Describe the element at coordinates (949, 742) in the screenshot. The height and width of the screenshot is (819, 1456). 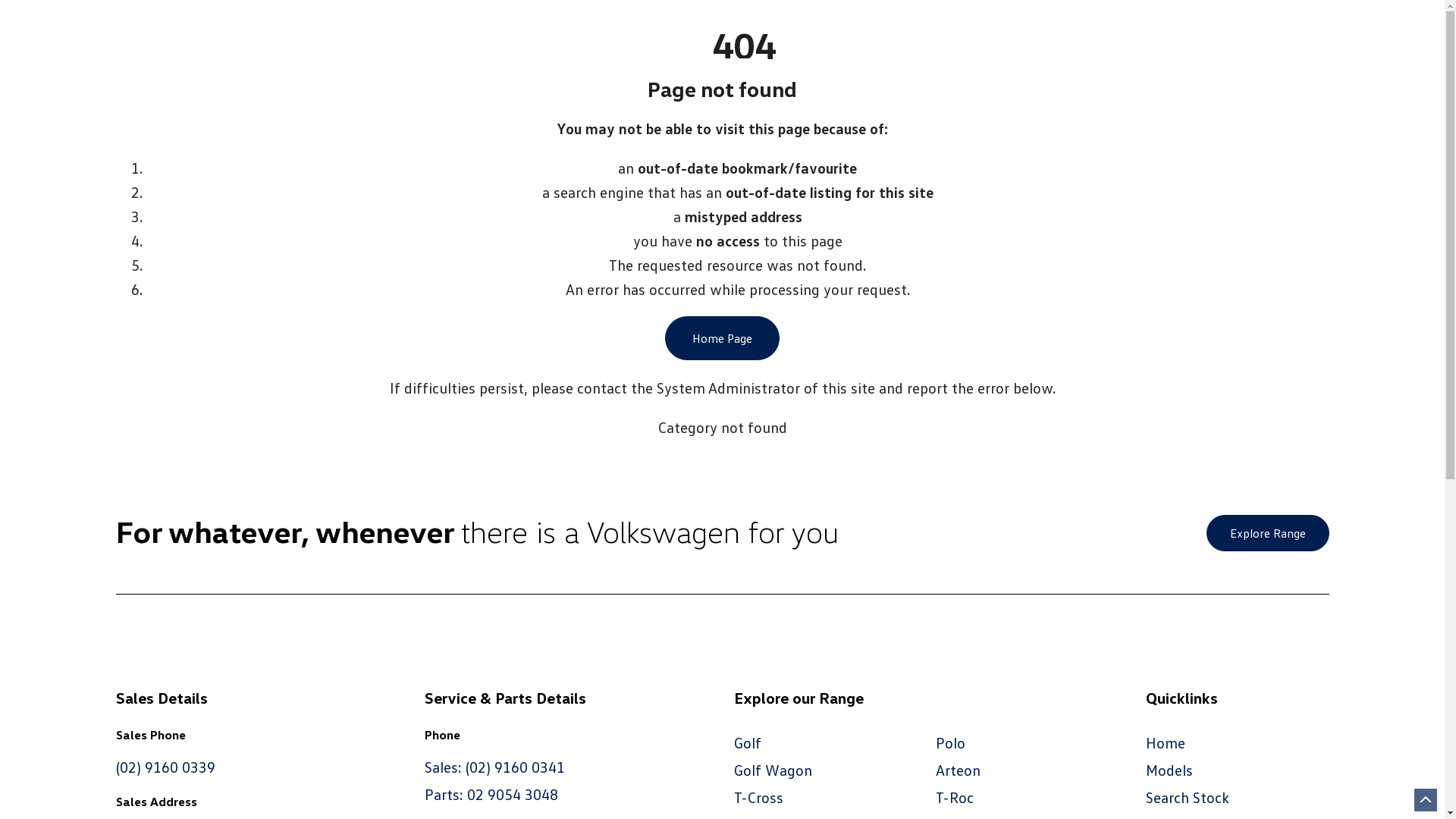
I see `'Polo'` at that location.